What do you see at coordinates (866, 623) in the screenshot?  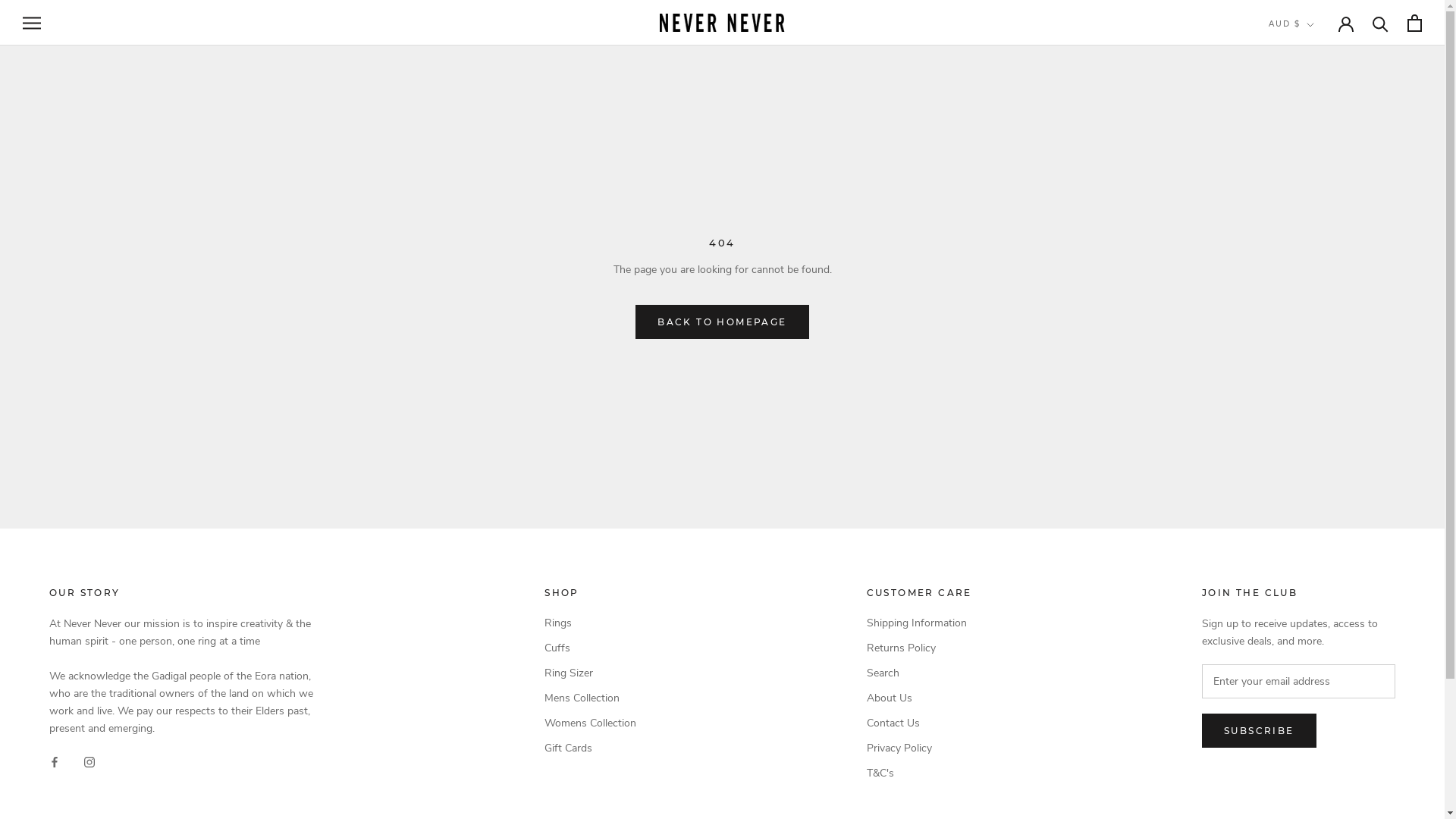 I see `'Shipping Information'` at bounding box center [866, 623].